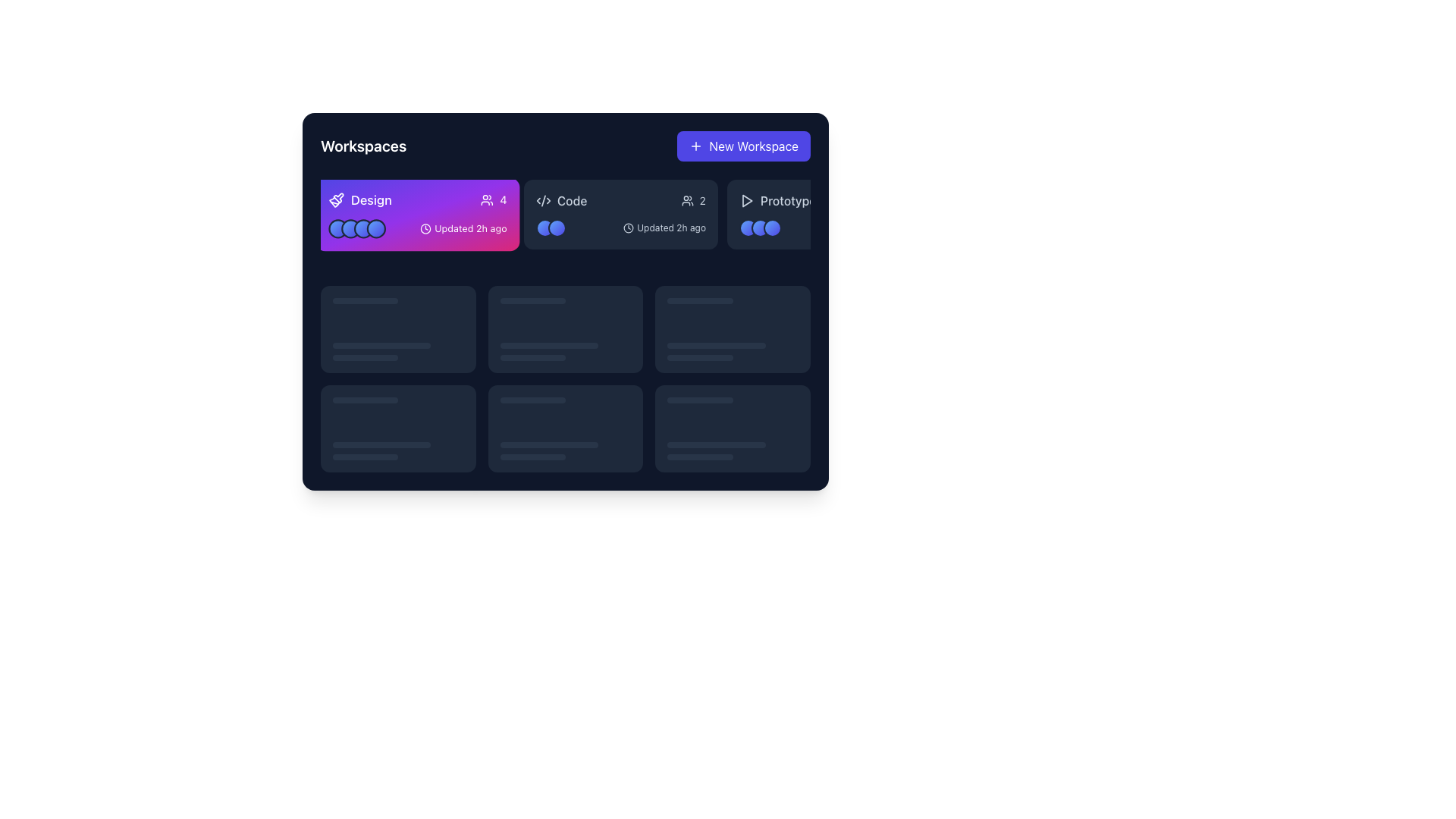  Describe the element at coordinates (350, 228) in the screenshot. I see `the Avatar indicator, which is a small, circular icon with a gradient color scheme transitioning from blue to indigo, outlined with a dark border, located under the 'Design' card heading in the Workspaces section` at that location.